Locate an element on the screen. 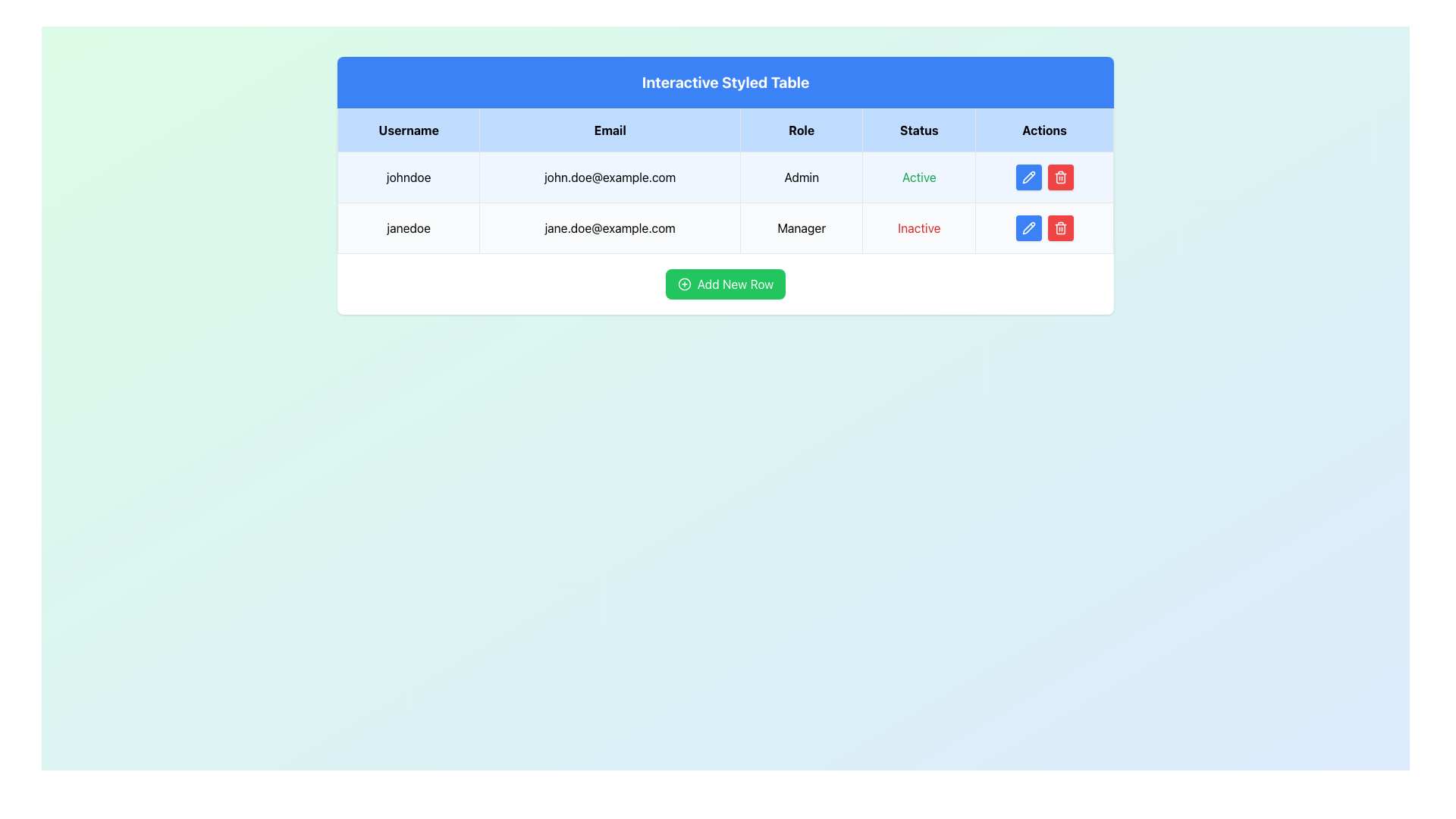 The image size is (1456, 819). the pencil icon located in the 'Actions' column of the first row in the table is located at coordinates (1028, 175).